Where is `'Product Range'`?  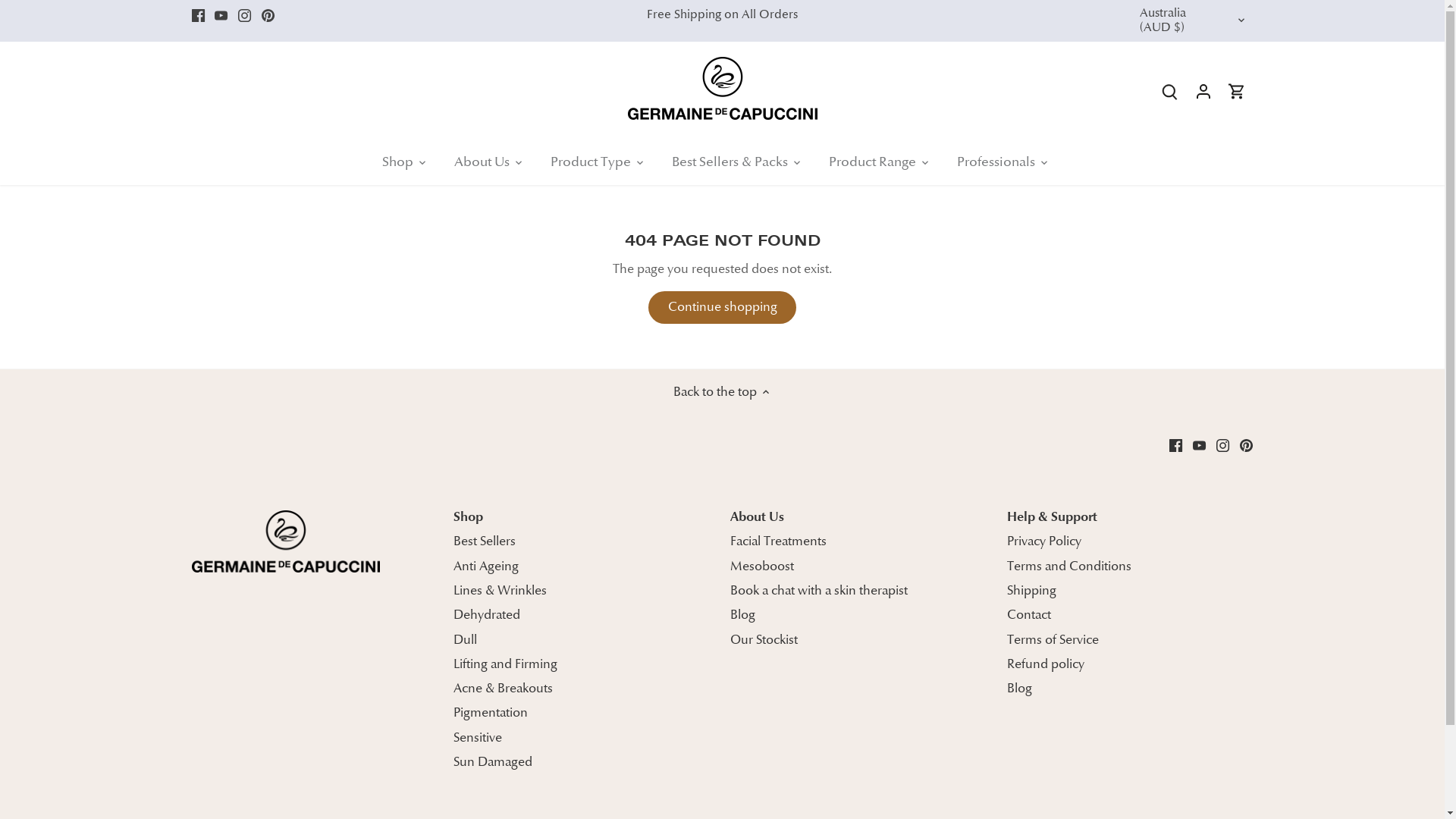 'Product Range' is located at coordinates (814, 162).